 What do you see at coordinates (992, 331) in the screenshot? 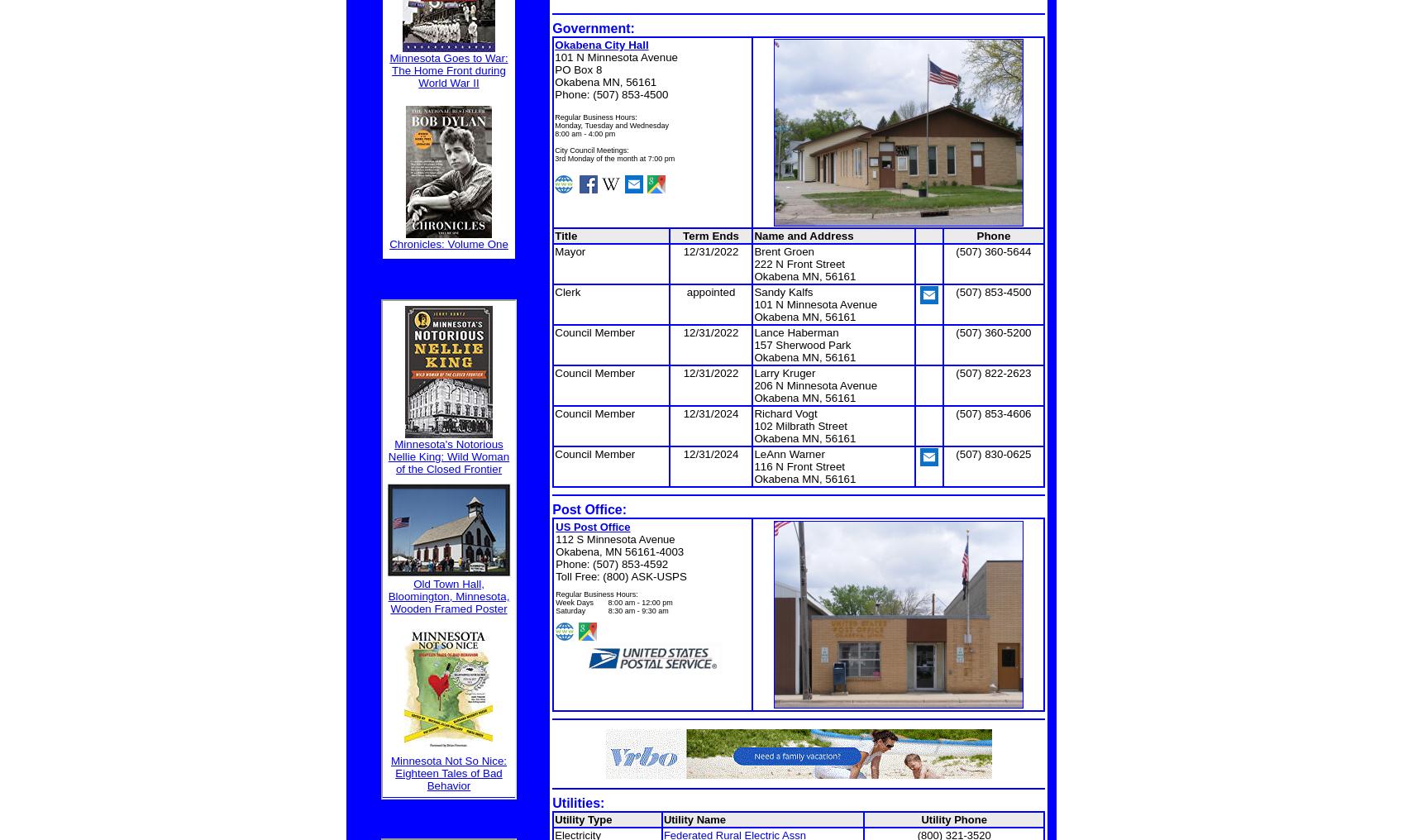
I see `'(507) 
				360-5200'` at bounding box center [992, 331].